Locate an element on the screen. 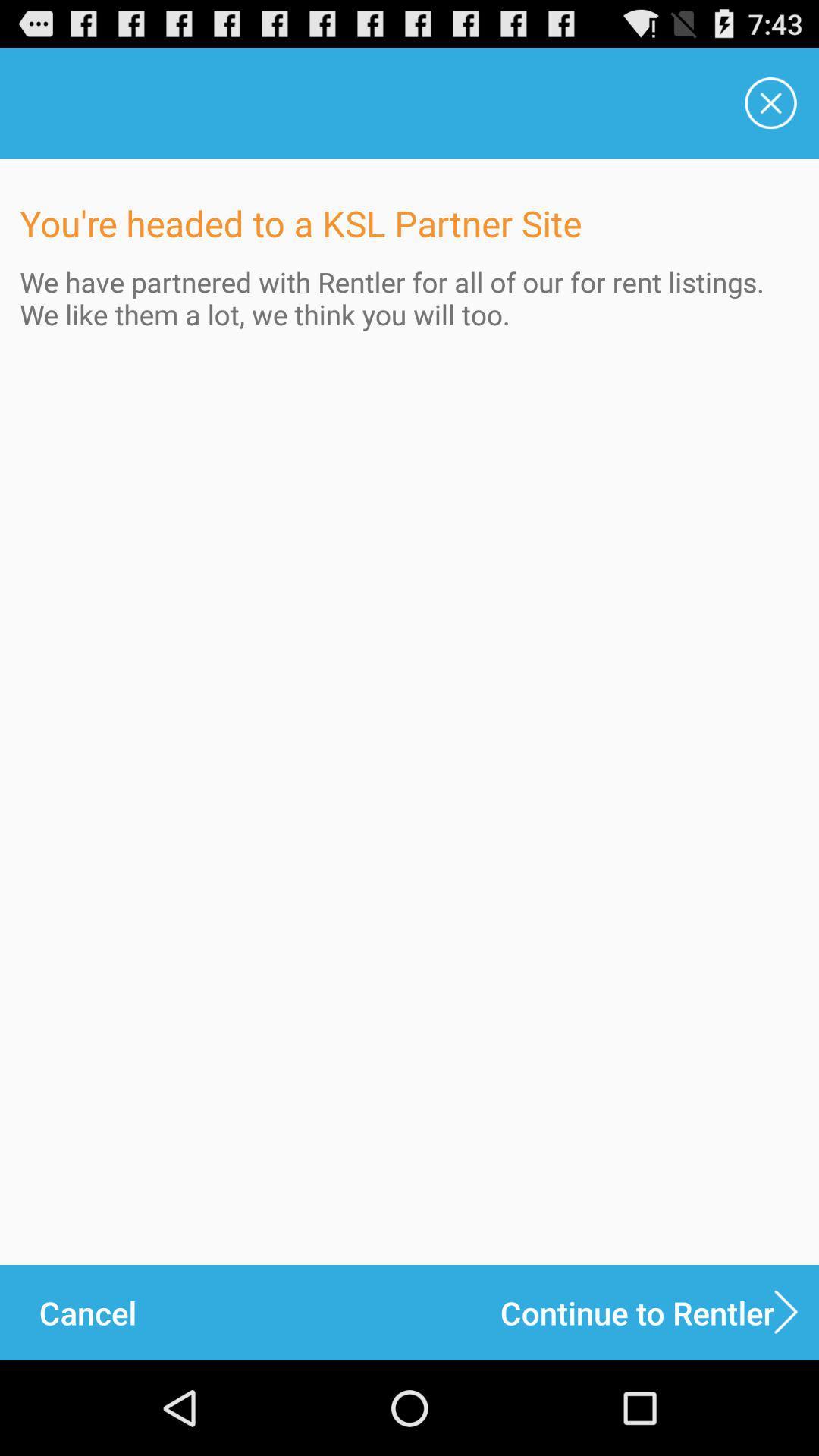 This screenshot has width=819, height=1456. continue to rentler icon is located at coordinates (659, 1312).